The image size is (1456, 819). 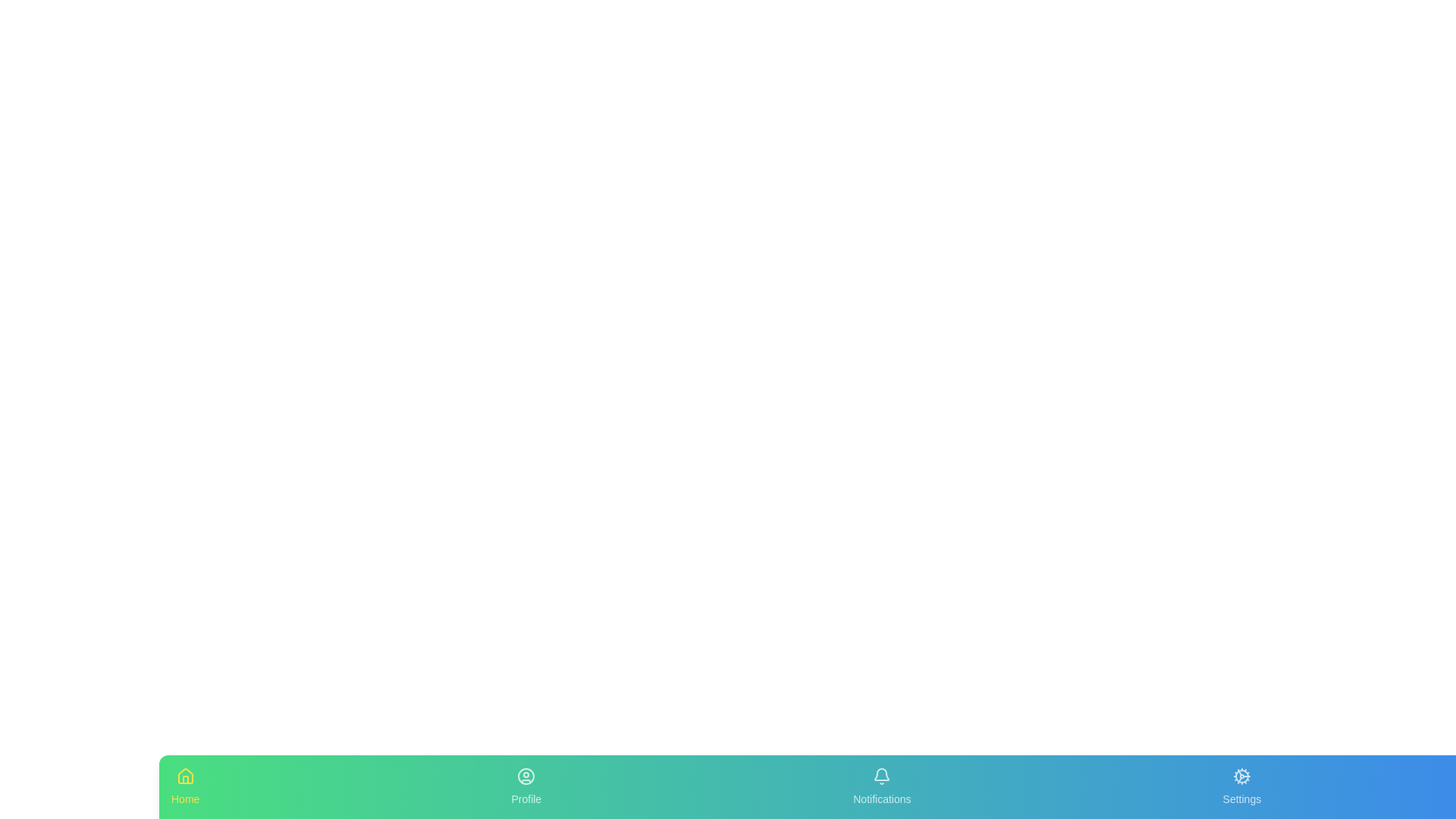 What do you see at coordinates (1241, 786) in the screenshot?
I see `the Settings tab in the bottom navigation` at bounding box center [1241, 786].